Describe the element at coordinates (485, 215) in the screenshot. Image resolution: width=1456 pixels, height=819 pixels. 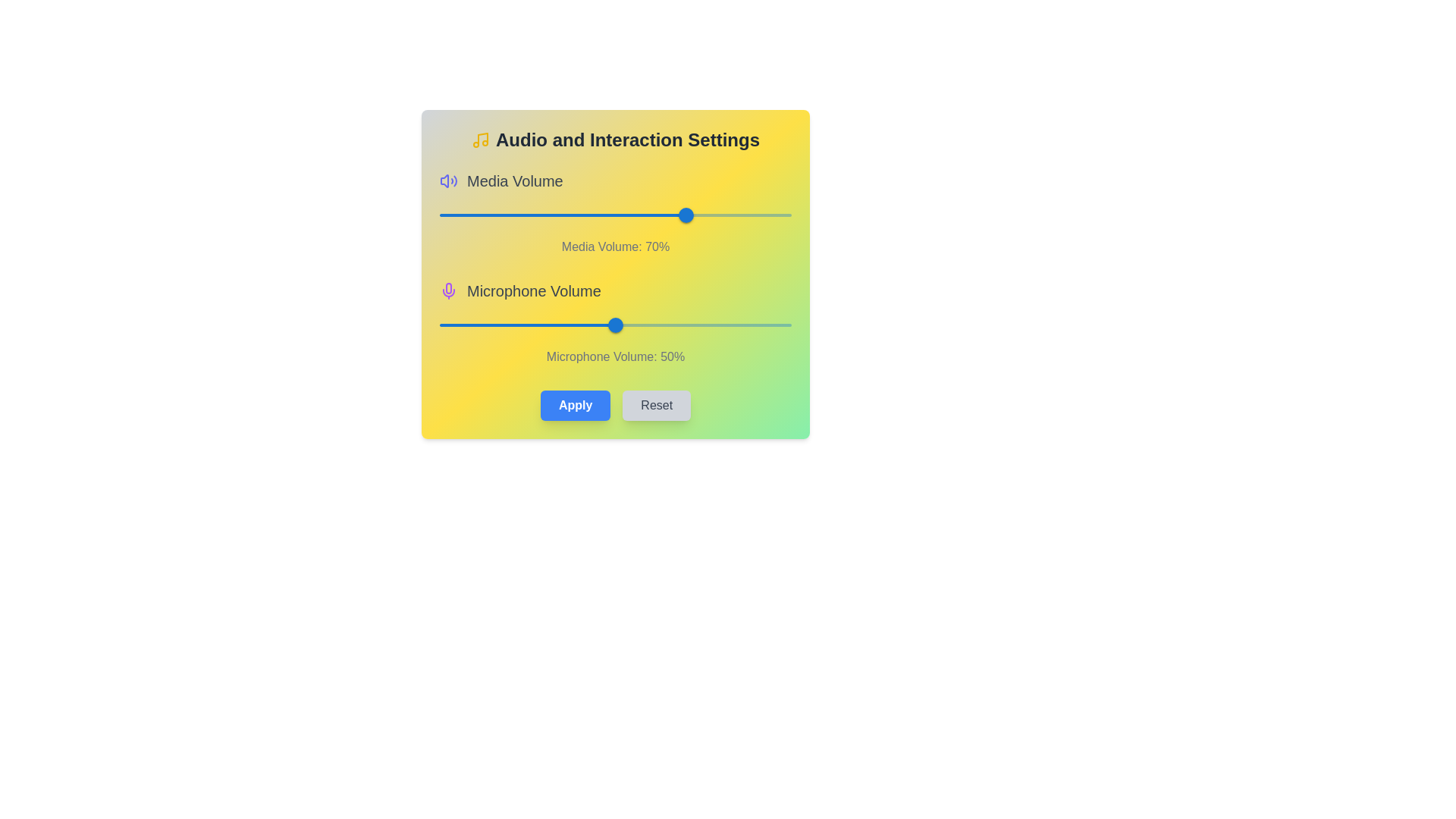
I see `the slider value` at that location.